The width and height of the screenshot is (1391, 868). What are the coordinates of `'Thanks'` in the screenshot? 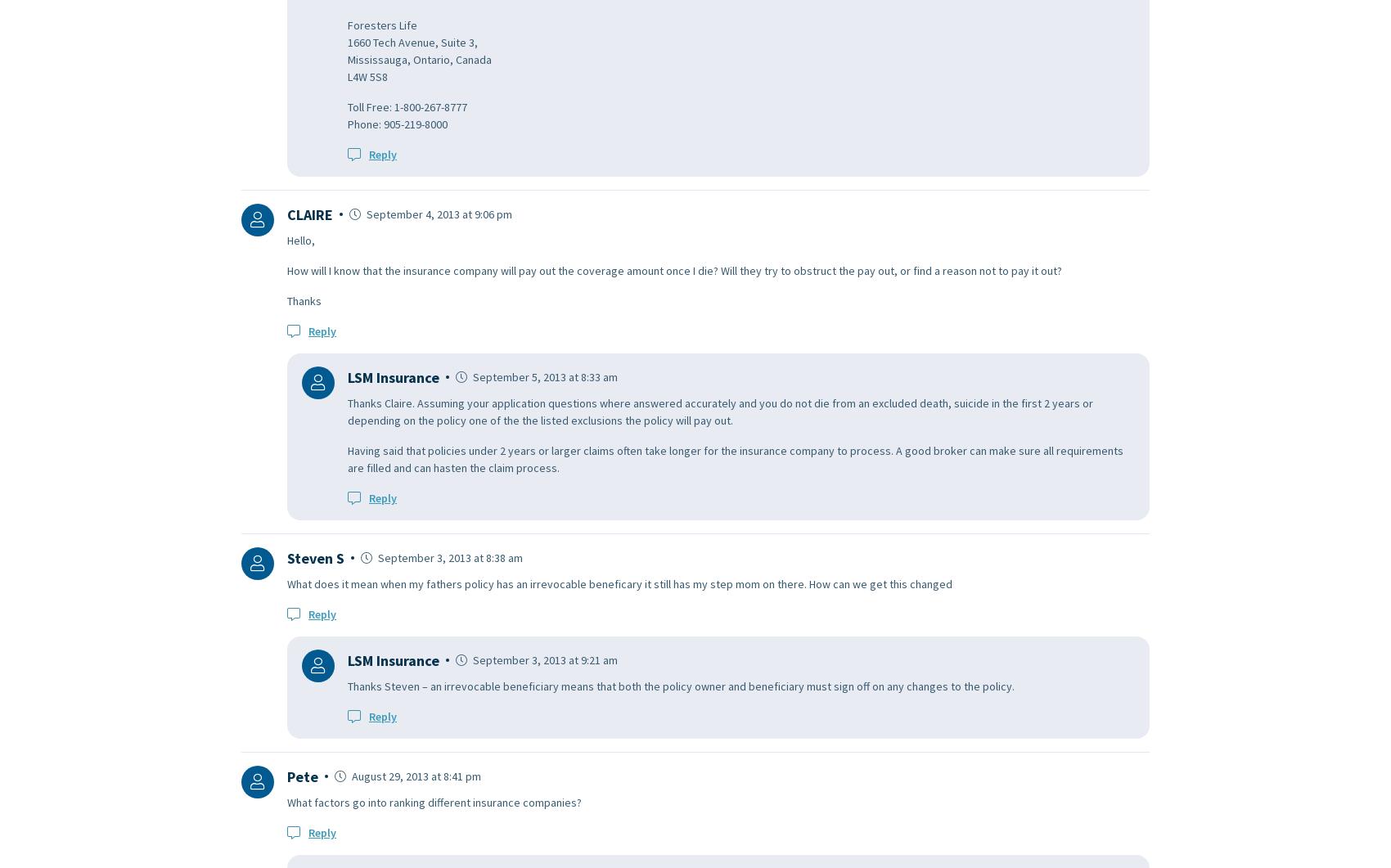 It's located at (286, 299).